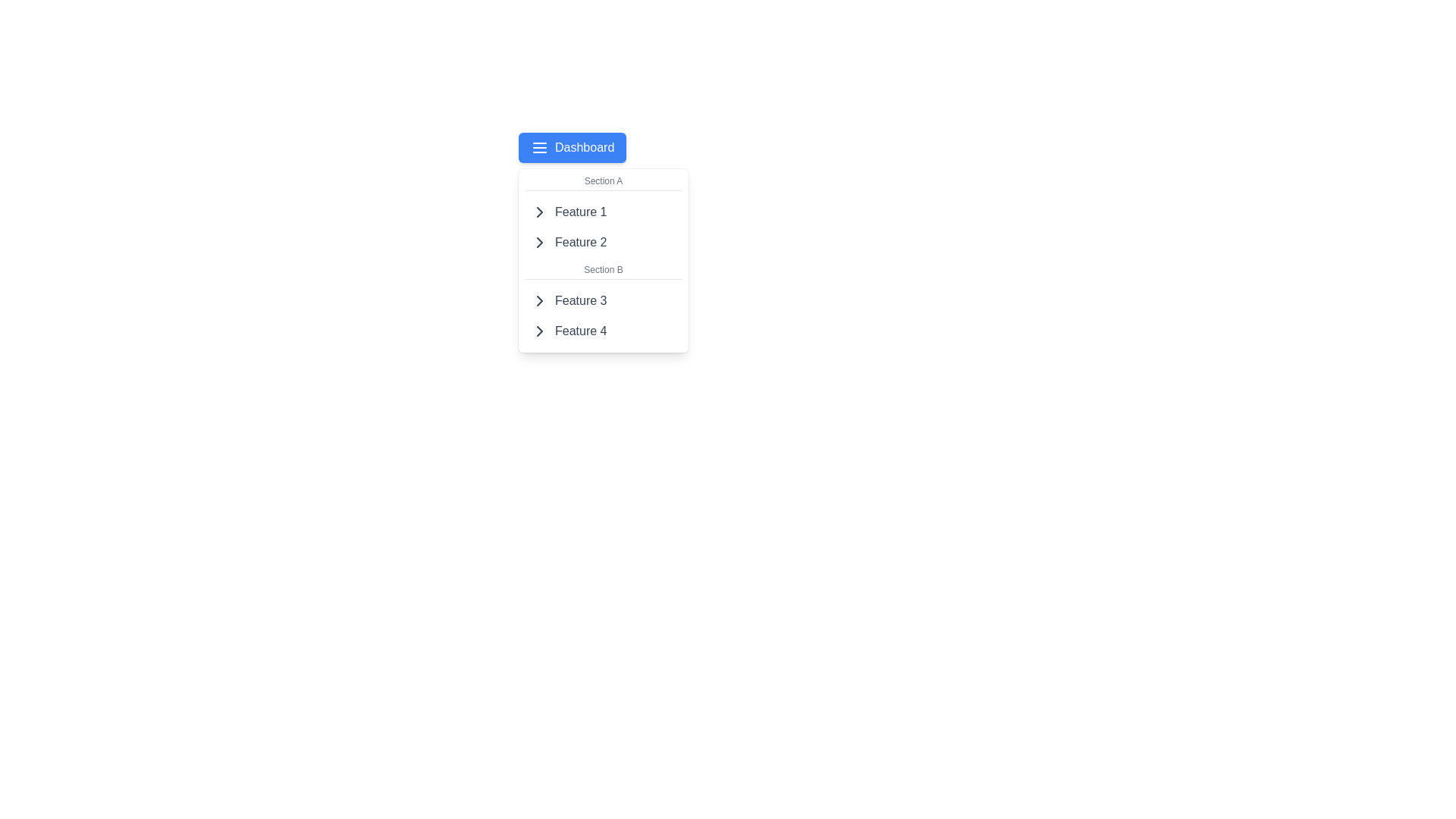 This screenshot has height=819, width=1456. What do you see at coordinates (539, 301) in the screenshot?
I see `the Chevron-Right icon located to the immediate left of the 'Feature 3' text in the second section under the 'Section B' heading` at bounding box center [539, 301].